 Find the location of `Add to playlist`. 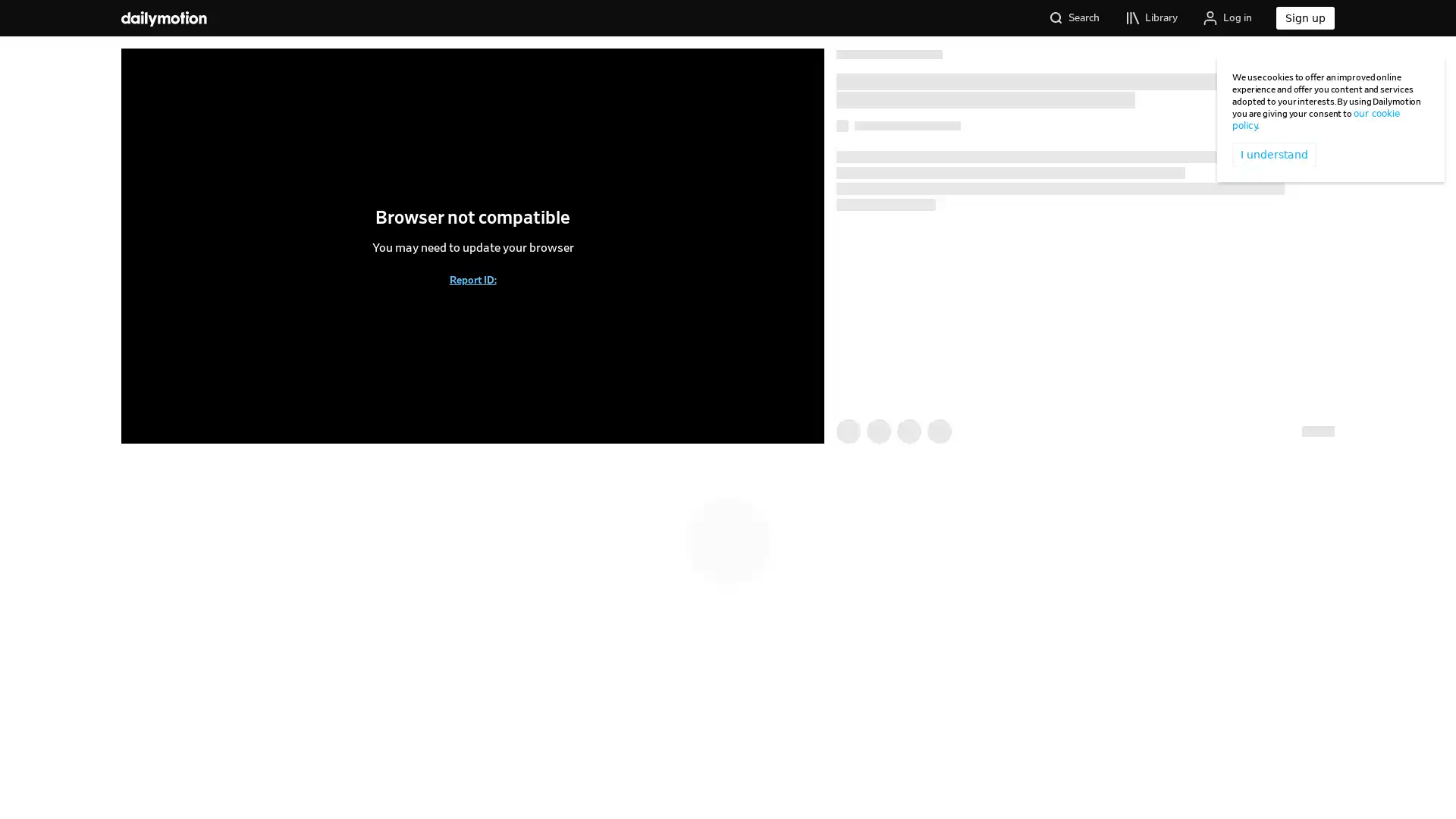

Add to playlist is located at coordinates (938, 383).